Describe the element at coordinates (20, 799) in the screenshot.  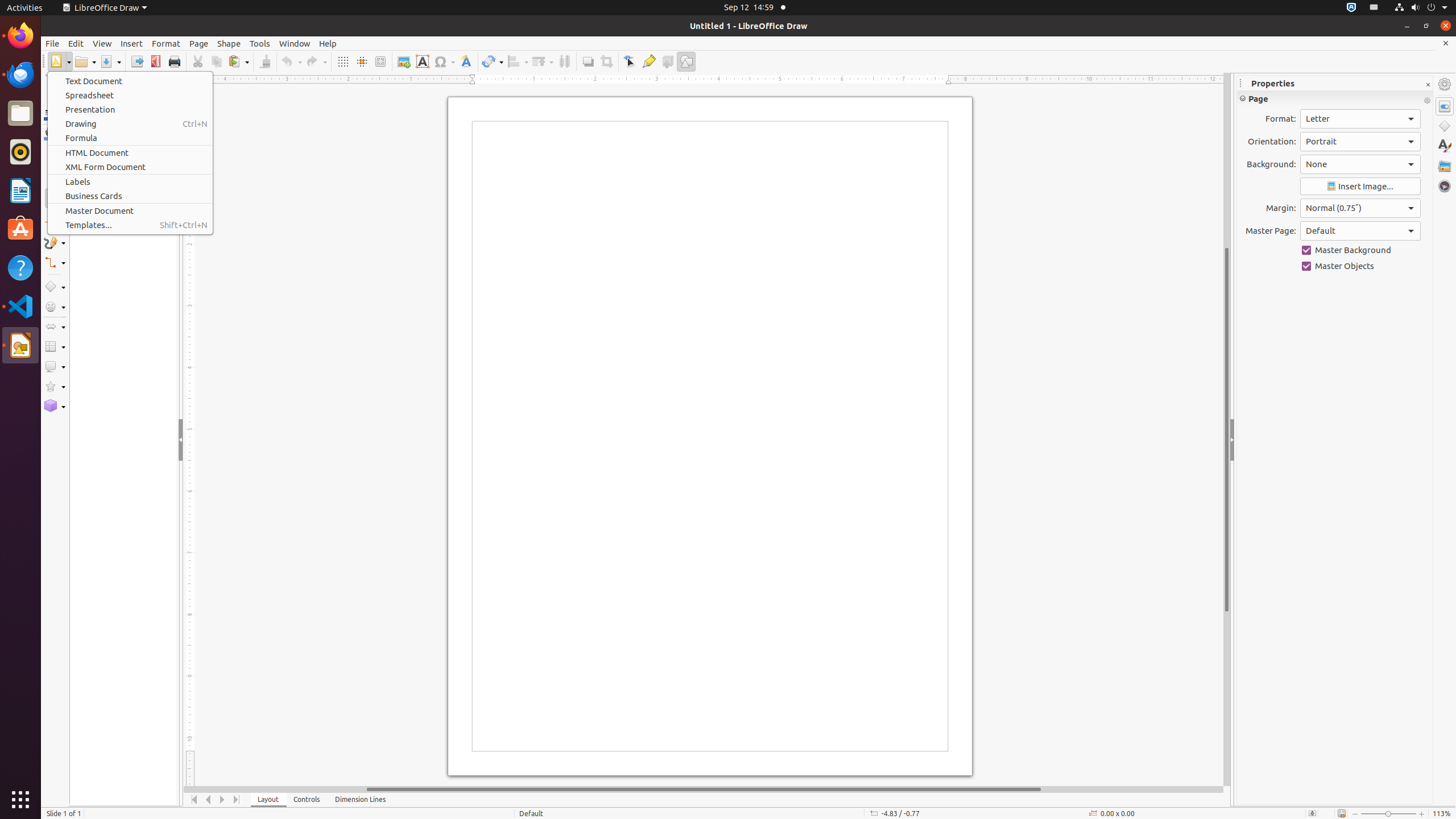
I see `'Show Applications'` at that location.